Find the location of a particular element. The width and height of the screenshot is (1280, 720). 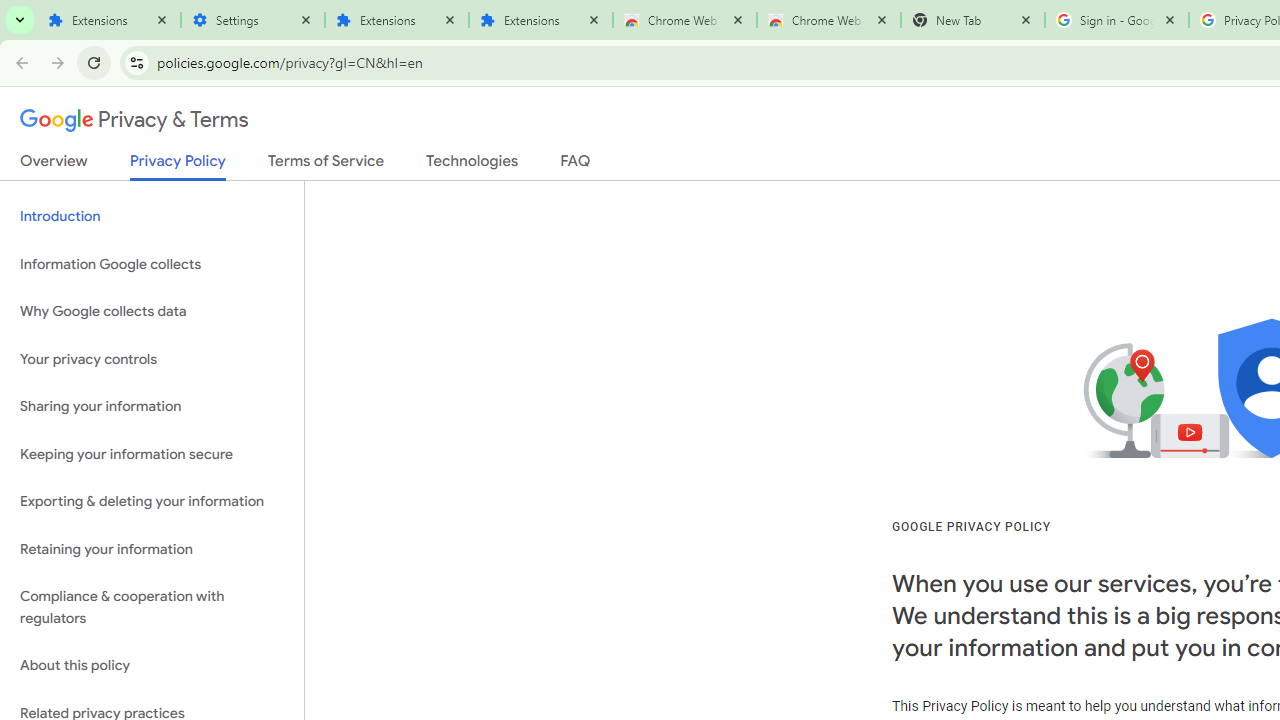

'Chrome Web Store - Themes' is located at coordinates (828, 20).